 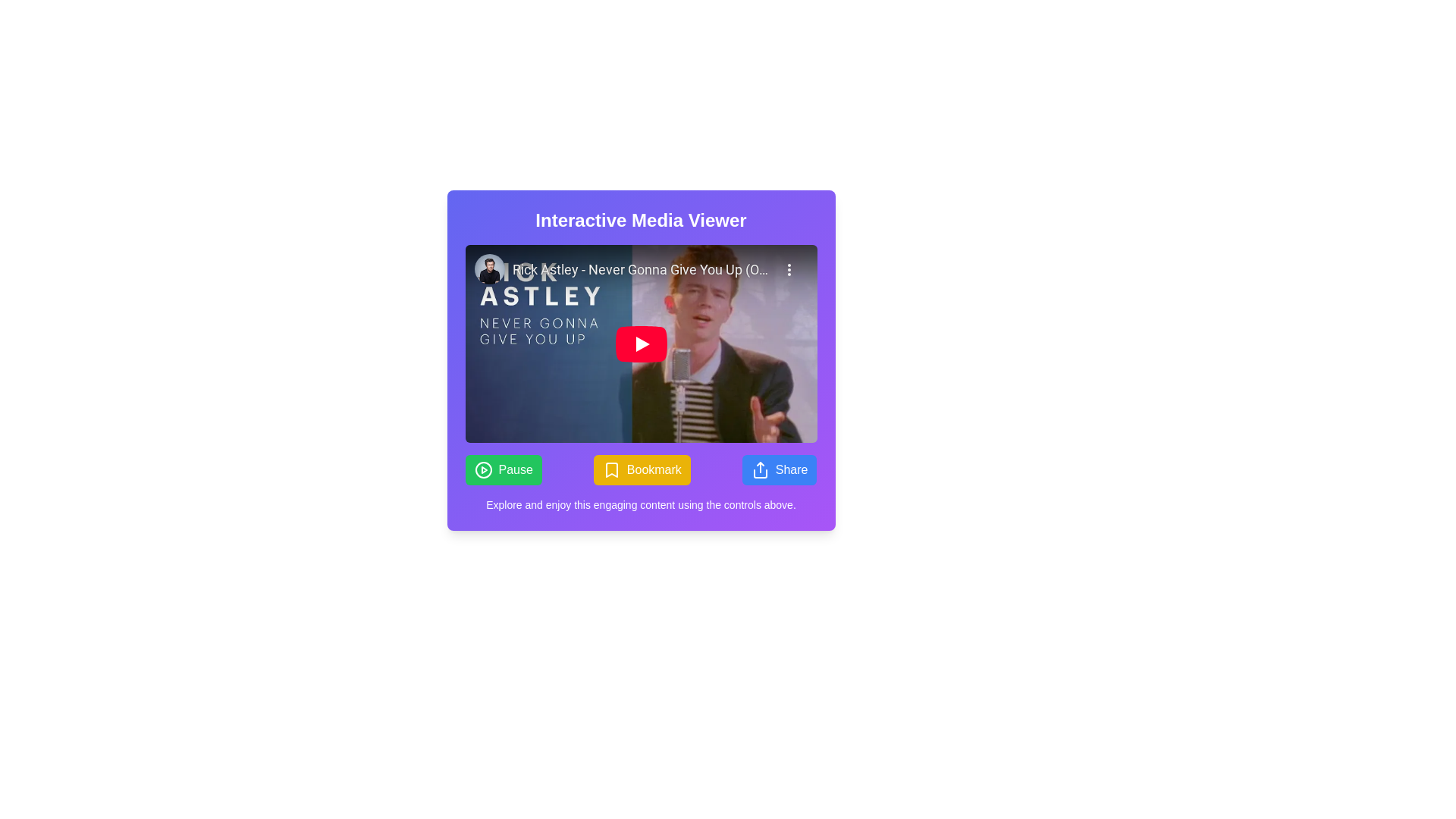 What do you see at coordinates (482, 469) in the screenshot?
I see `the circular SVG element that represents the border of the 'Pause' button located in the bottom-left corner of the media viewer interface` at bounding box center [482, 469].